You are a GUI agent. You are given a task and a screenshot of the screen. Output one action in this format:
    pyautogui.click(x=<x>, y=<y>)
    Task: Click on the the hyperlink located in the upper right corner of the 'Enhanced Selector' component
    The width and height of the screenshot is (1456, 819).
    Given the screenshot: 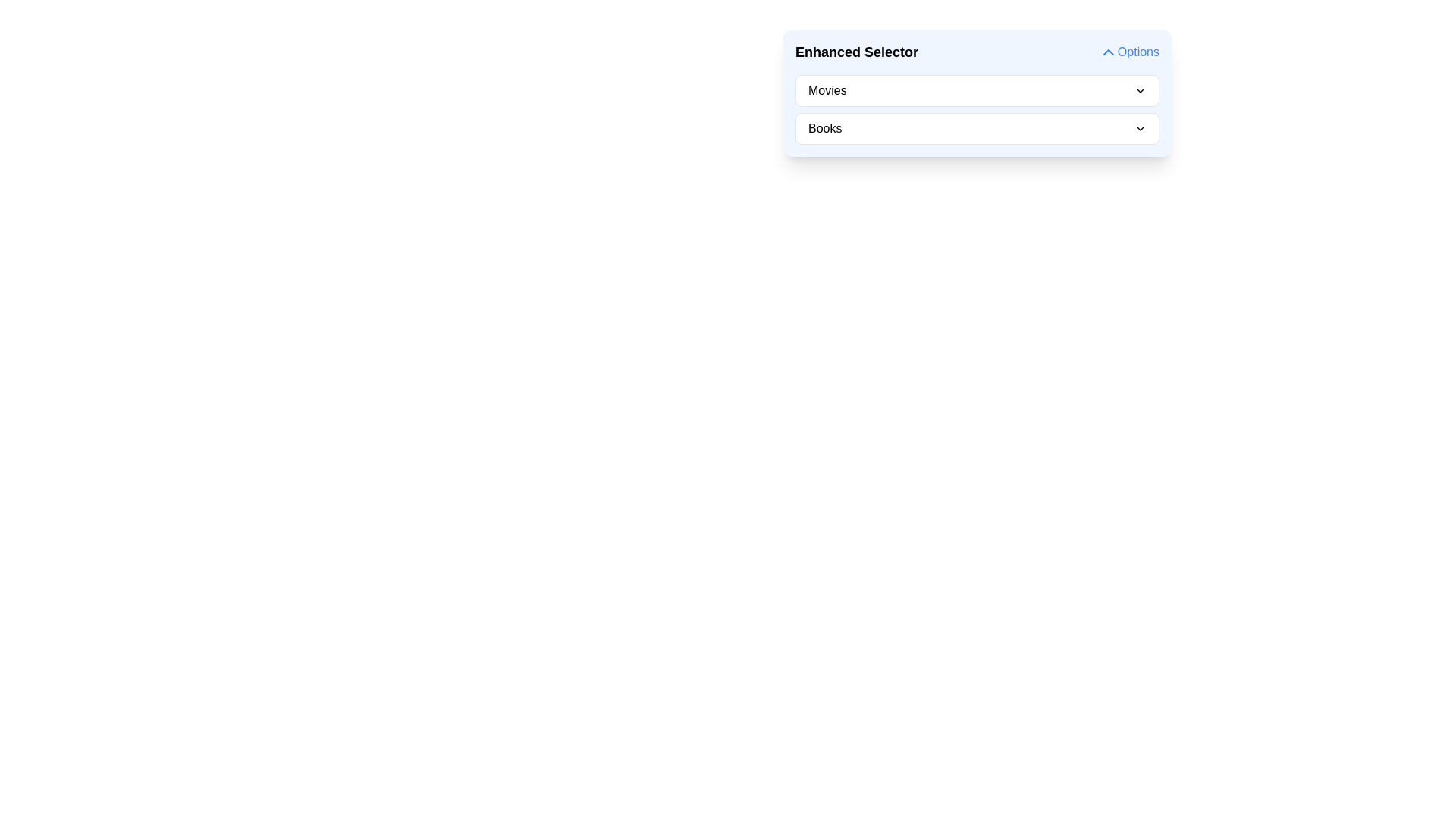 What is the action you would take?
    pyautogui.click(x=1128, y=52)
    